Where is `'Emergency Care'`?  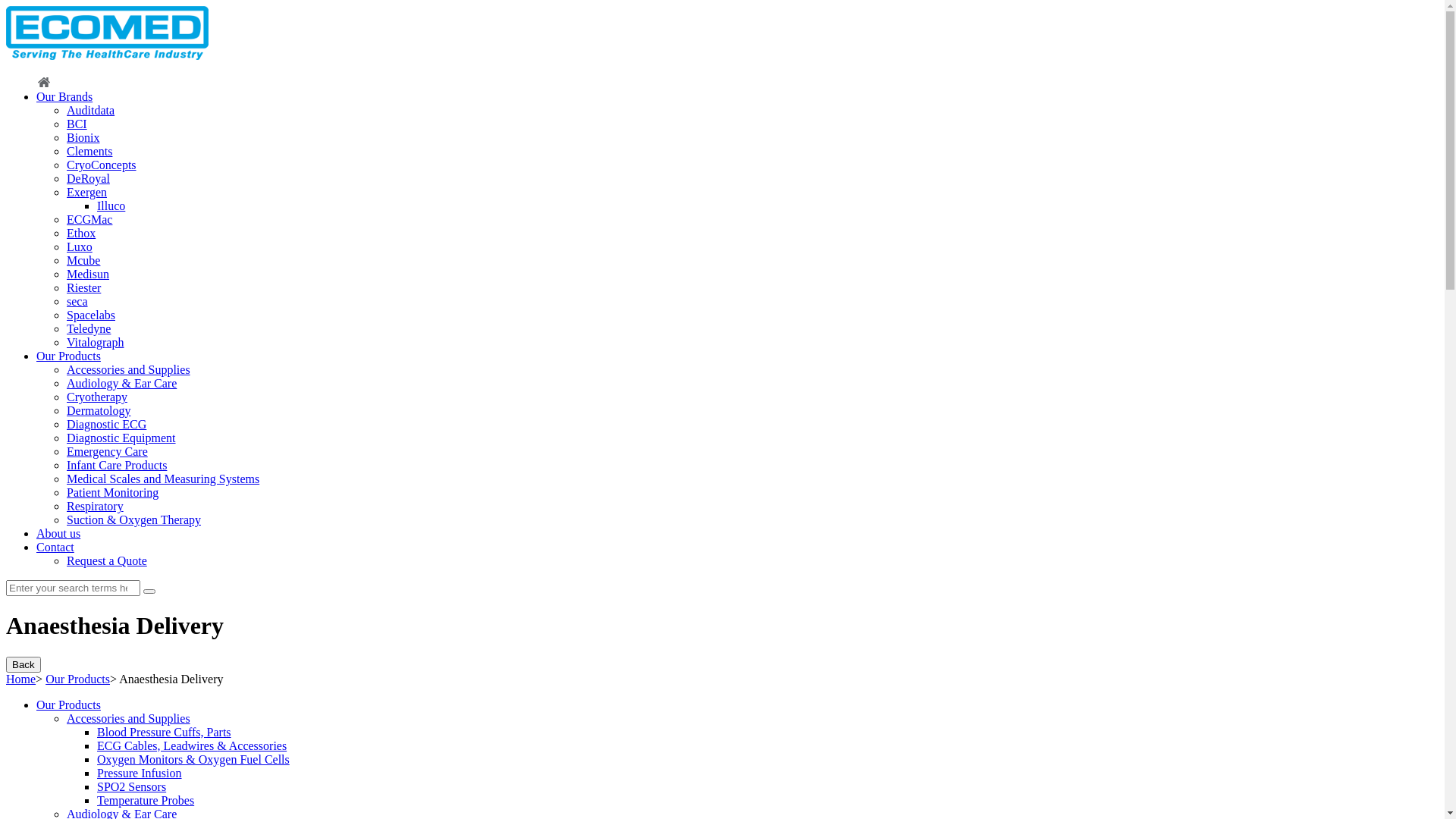
'Emergency Care' is located at coordinates (65, 450).